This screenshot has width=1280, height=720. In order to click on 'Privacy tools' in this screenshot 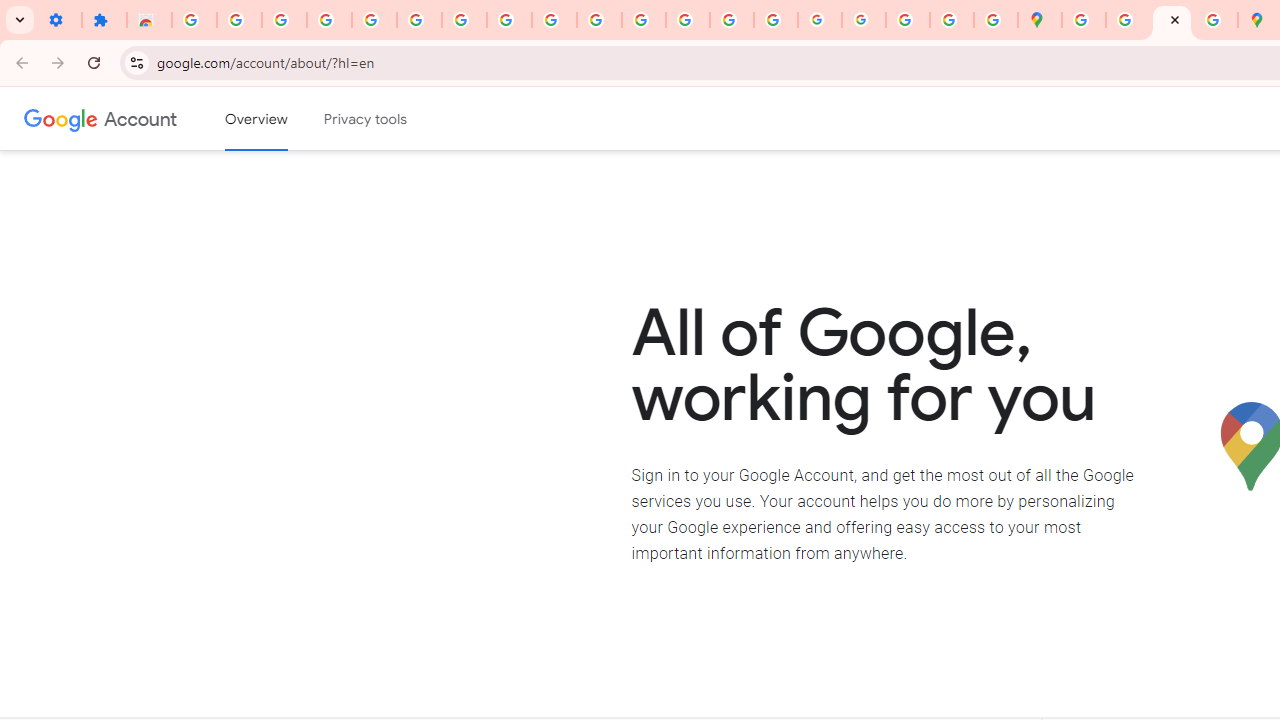, I will do `click(366, 119)`.